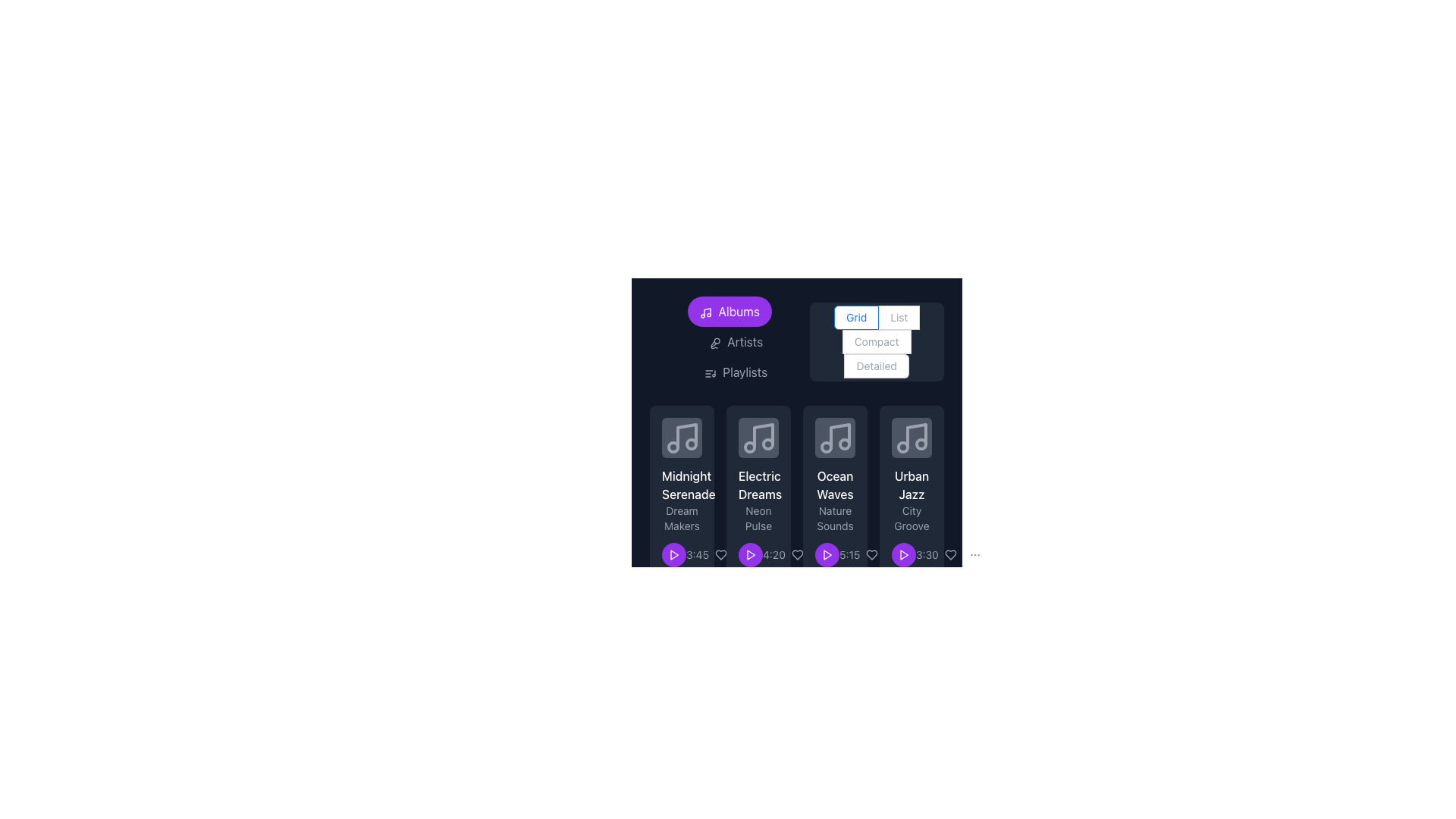 This screenshot has width=1456, height=819. I want to click on the heart-shaped icon button located at the bottom right corner of the last music card, so click(949, 555).